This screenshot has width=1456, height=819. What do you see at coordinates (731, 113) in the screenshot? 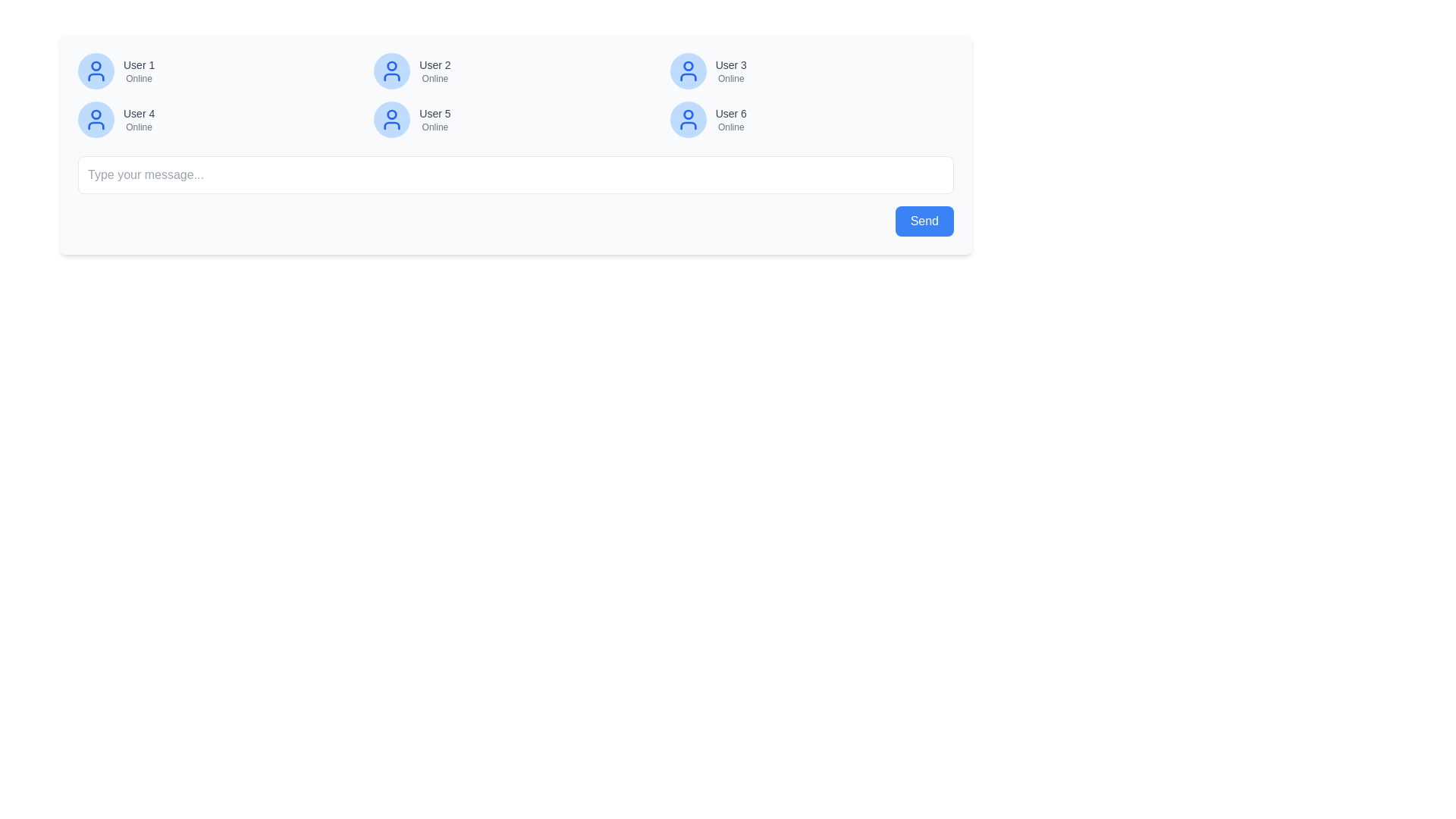
I see `the text label 'User 6' located in the lower-right corner of the interface, which identifies the user associated with this entry` at bounding box center [731, 113].